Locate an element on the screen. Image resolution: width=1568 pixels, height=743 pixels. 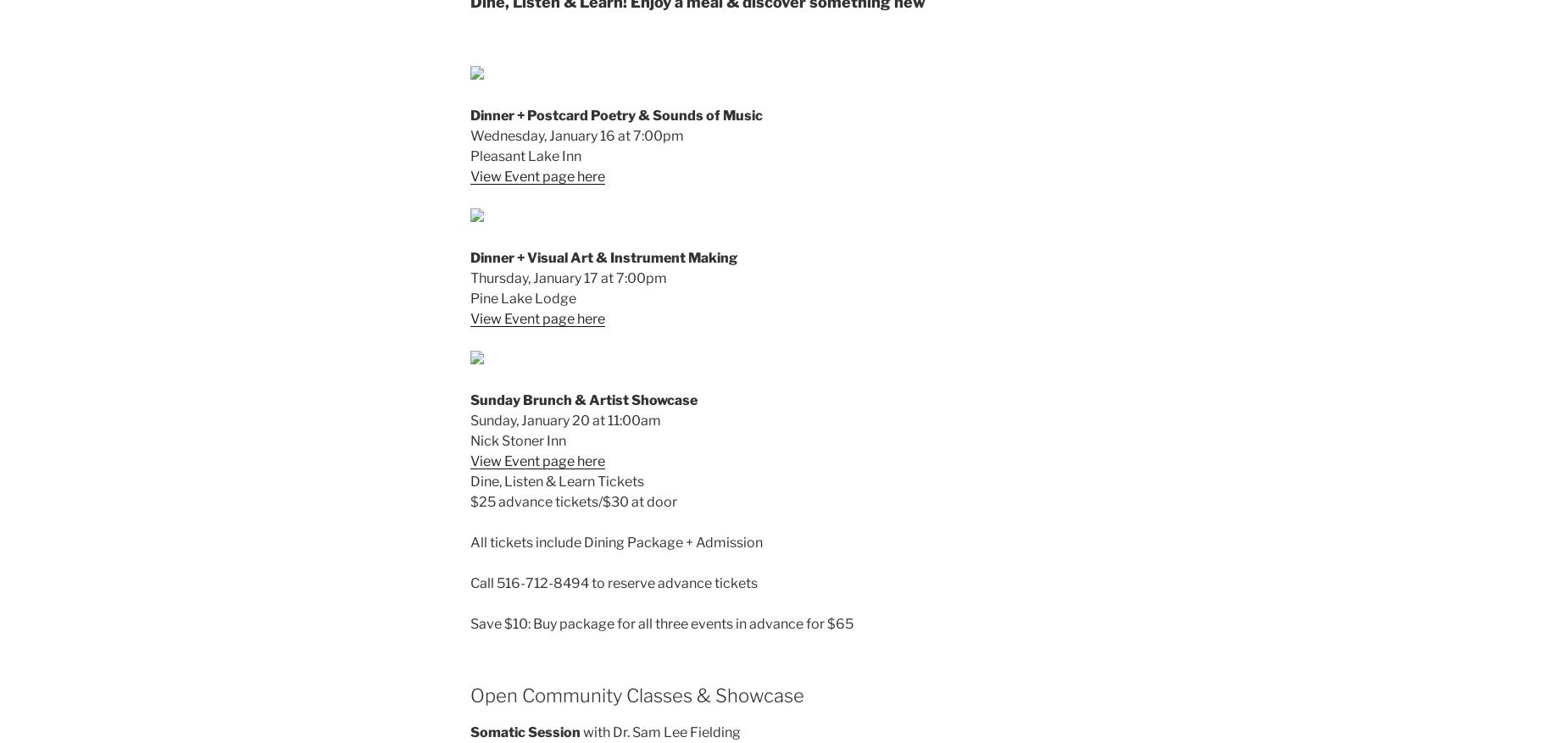
'Art' is located at coordinates (581, 256).